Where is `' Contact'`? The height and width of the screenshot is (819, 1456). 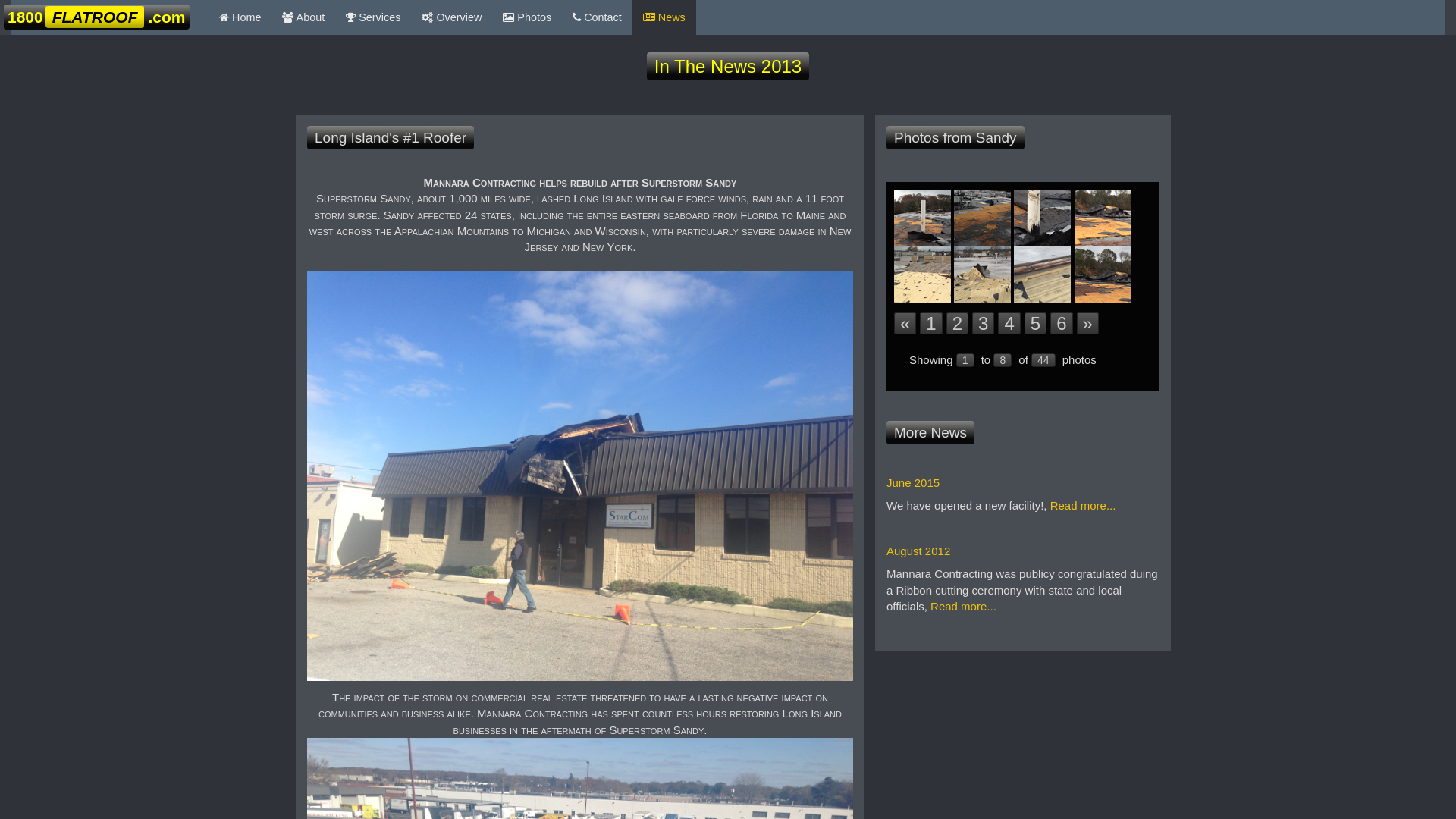
' Contact' is located at coordinates (596, 17).